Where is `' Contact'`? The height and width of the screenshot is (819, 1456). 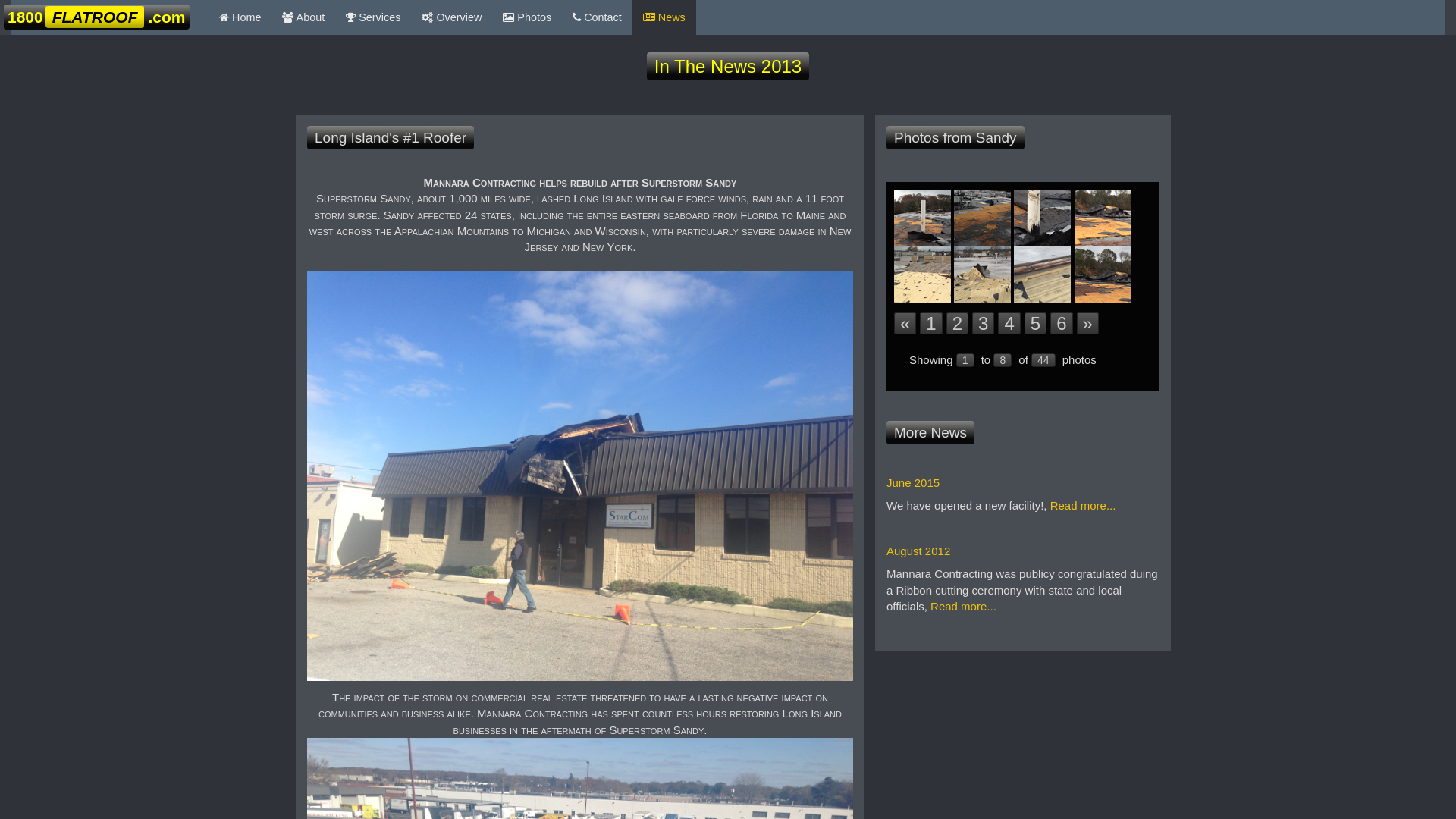
' Contact' is located at coordinates (596, 17).